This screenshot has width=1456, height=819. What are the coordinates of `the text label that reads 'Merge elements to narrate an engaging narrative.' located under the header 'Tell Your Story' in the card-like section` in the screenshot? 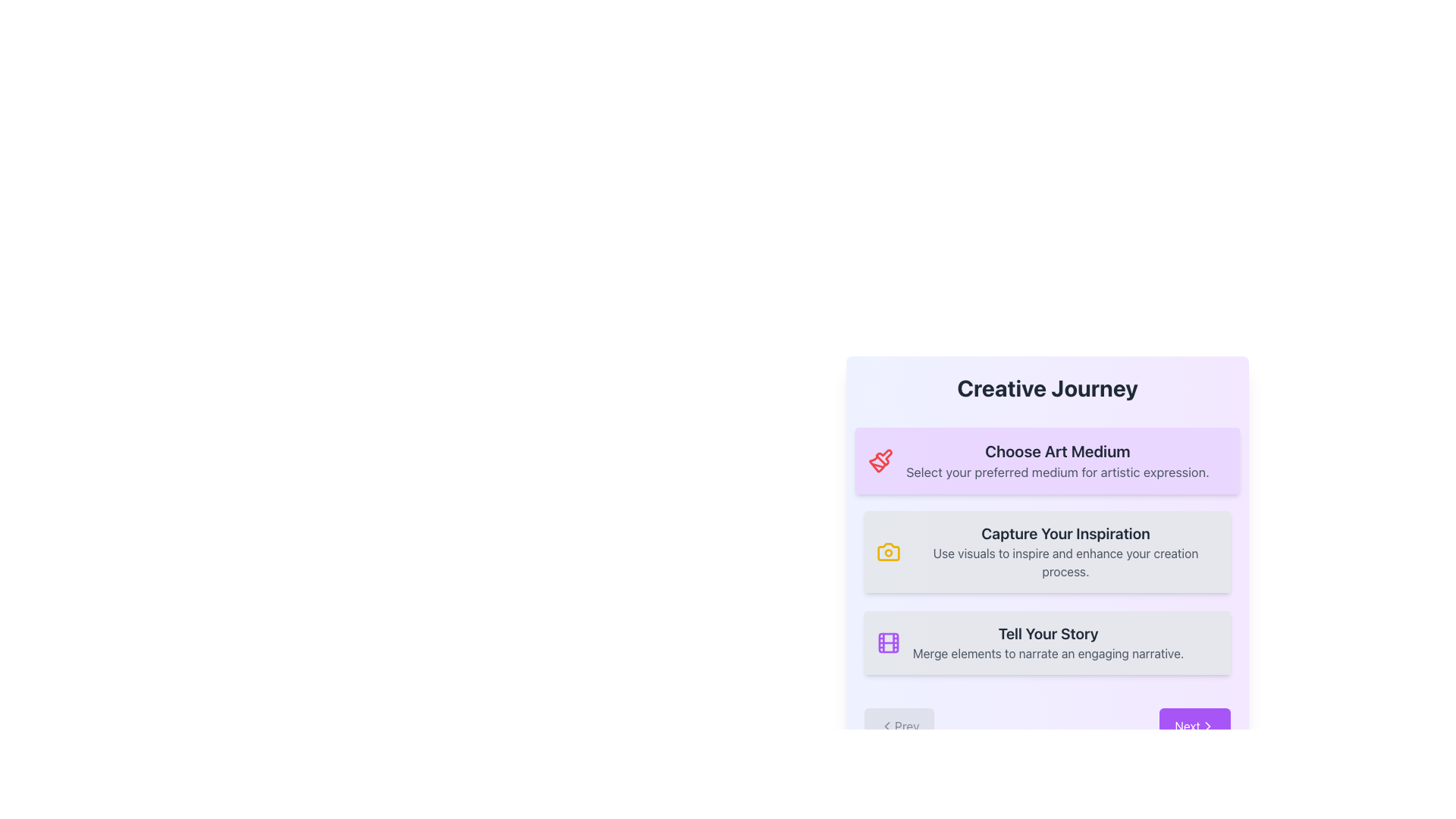 It's located at (1047, 652).